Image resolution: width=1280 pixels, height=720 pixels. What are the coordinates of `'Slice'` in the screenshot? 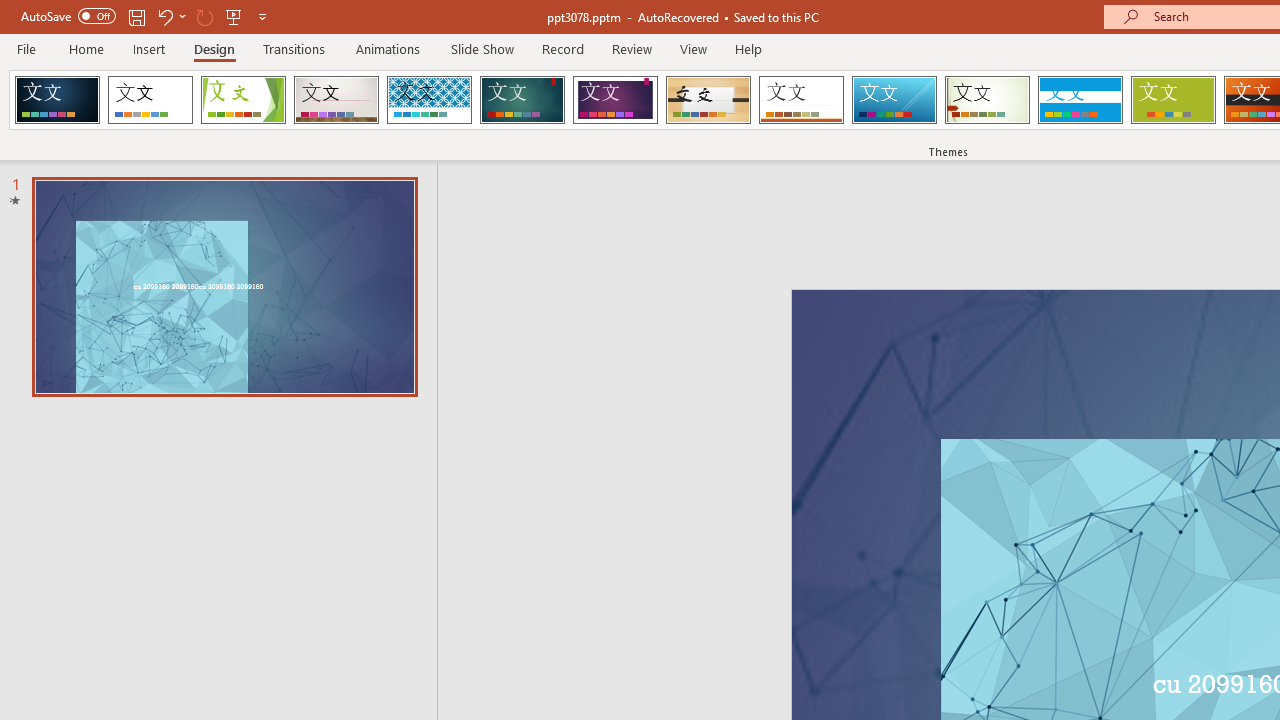 It's located at (893, 100).